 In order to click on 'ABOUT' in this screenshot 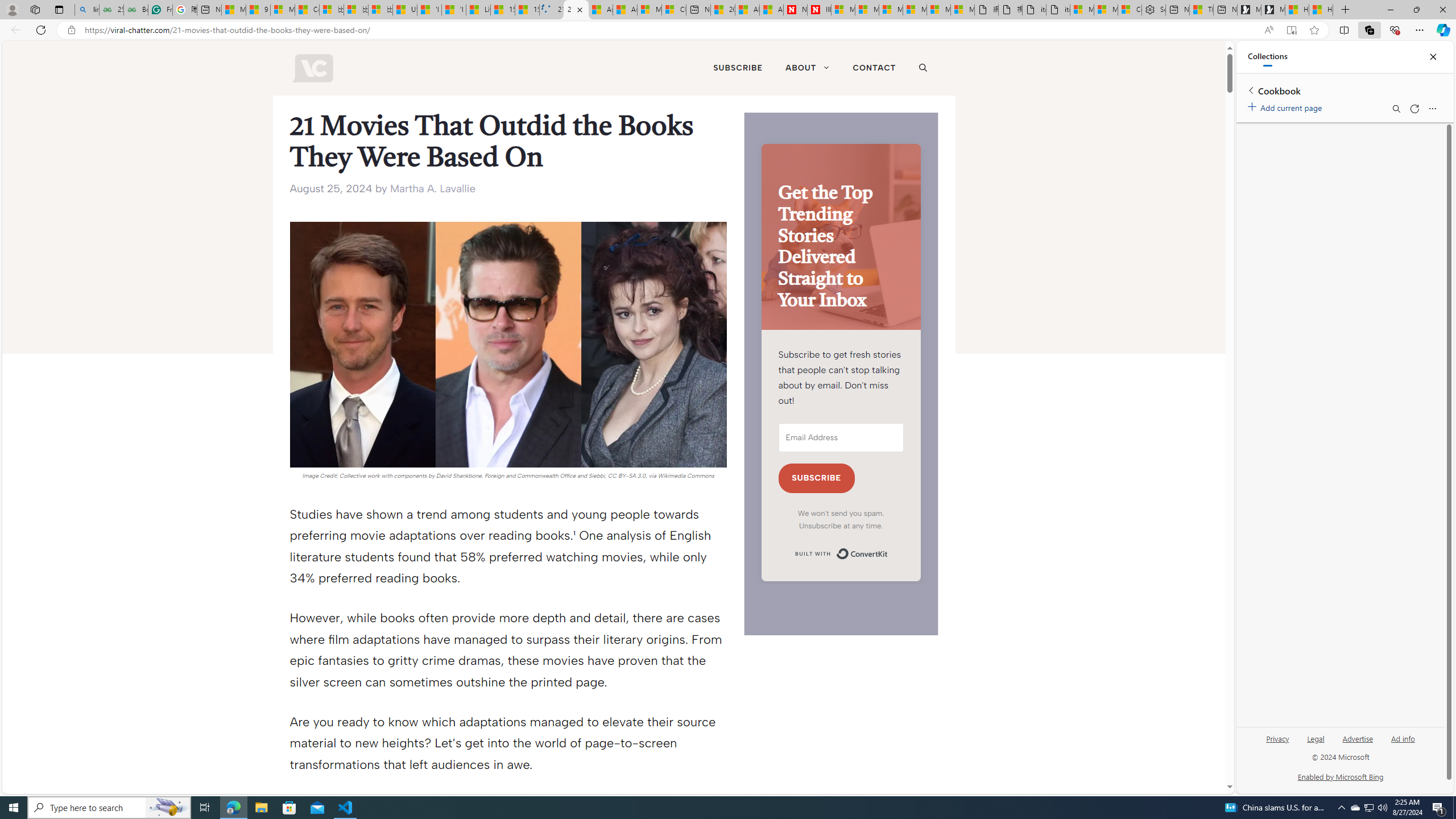, I will do `click(806, 67)`.